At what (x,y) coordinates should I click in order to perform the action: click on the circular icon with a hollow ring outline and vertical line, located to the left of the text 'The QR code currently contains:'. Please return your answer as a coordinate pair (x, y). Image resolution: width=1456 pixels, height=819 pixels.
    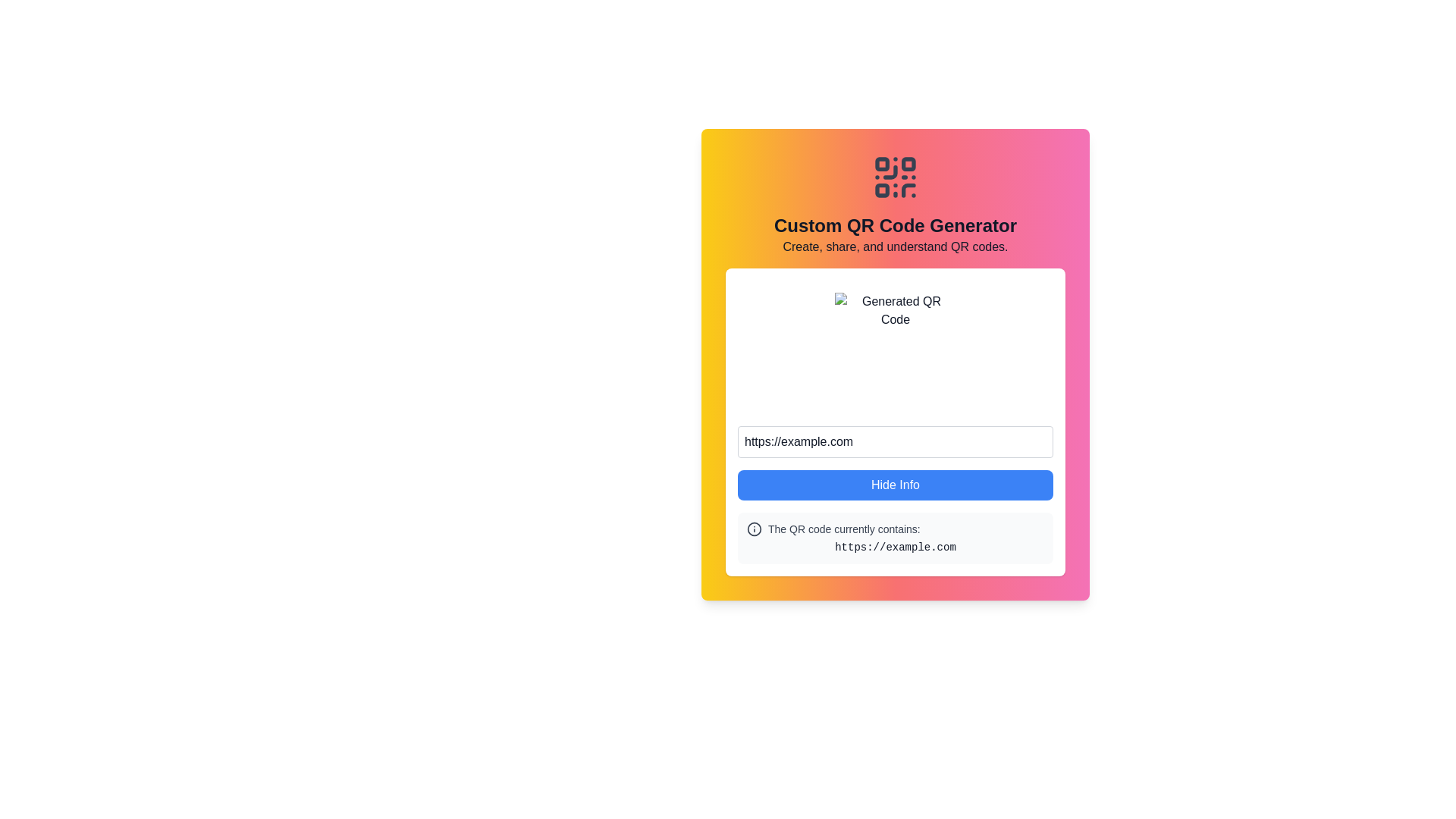
    Looking at the image, I should click on (754, 529).